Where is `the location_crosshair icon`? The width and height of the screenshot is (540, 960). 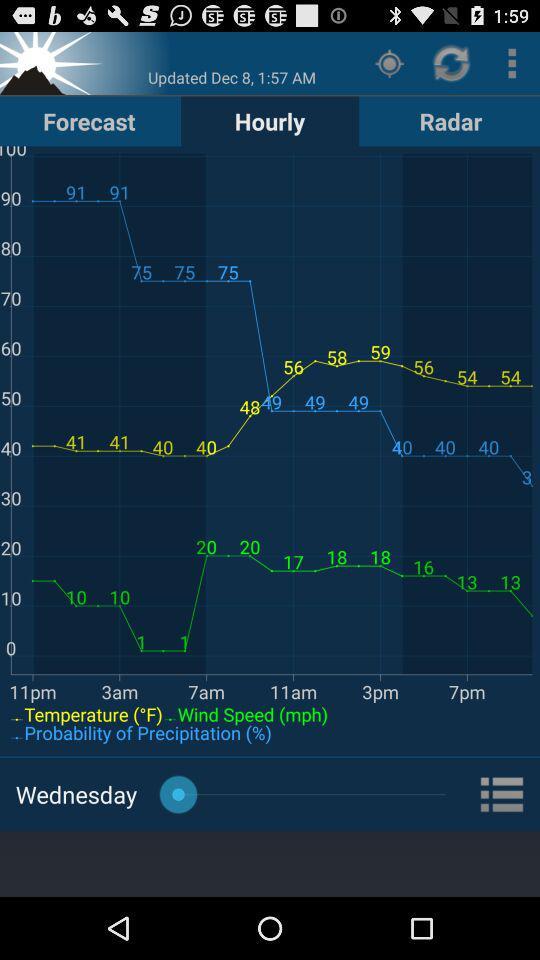 the location_crosshair icon is located at coordinates (389, 67).